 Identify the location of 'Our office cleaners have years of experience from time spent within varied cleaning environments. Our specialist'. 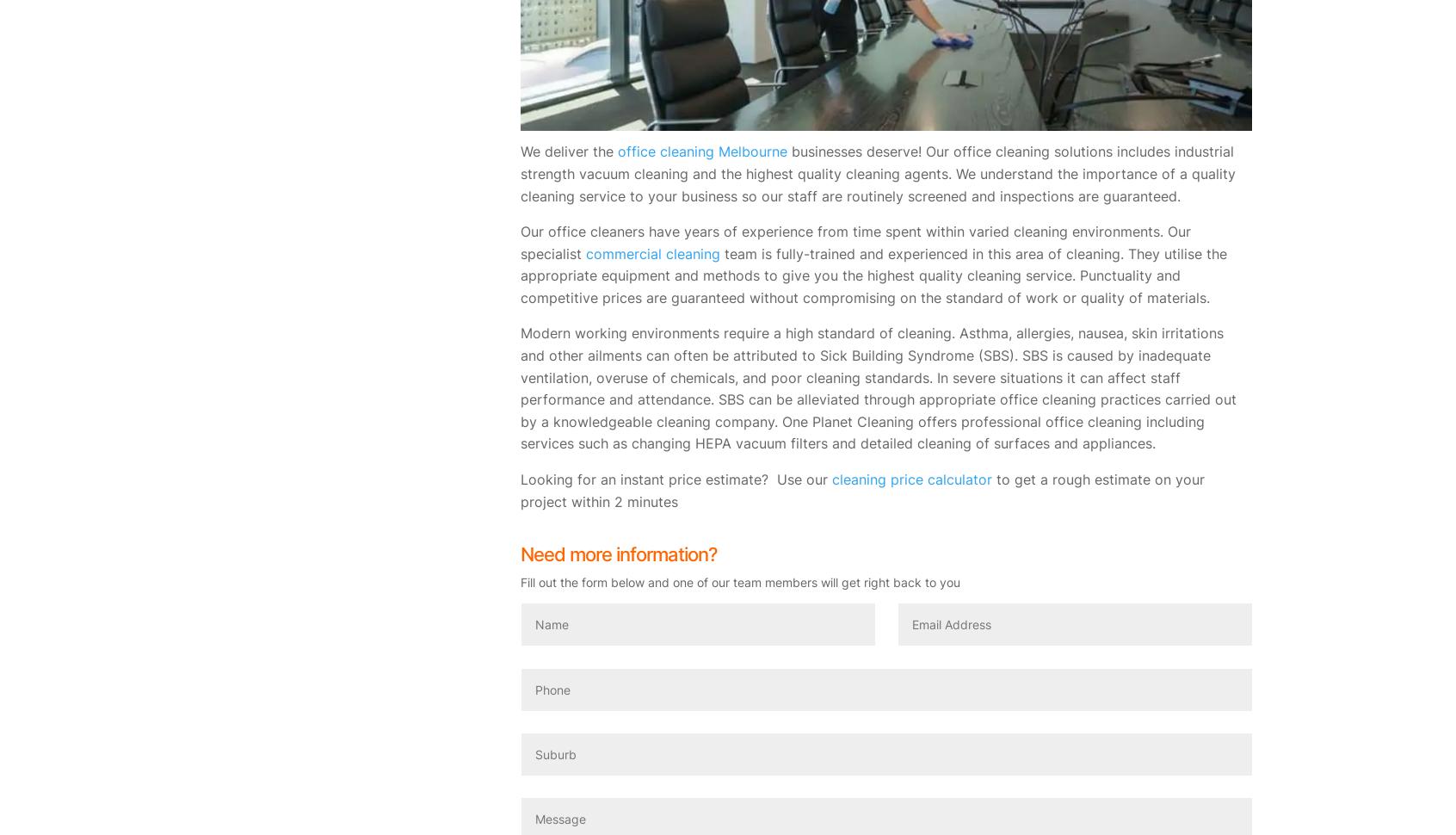
(854, 241).